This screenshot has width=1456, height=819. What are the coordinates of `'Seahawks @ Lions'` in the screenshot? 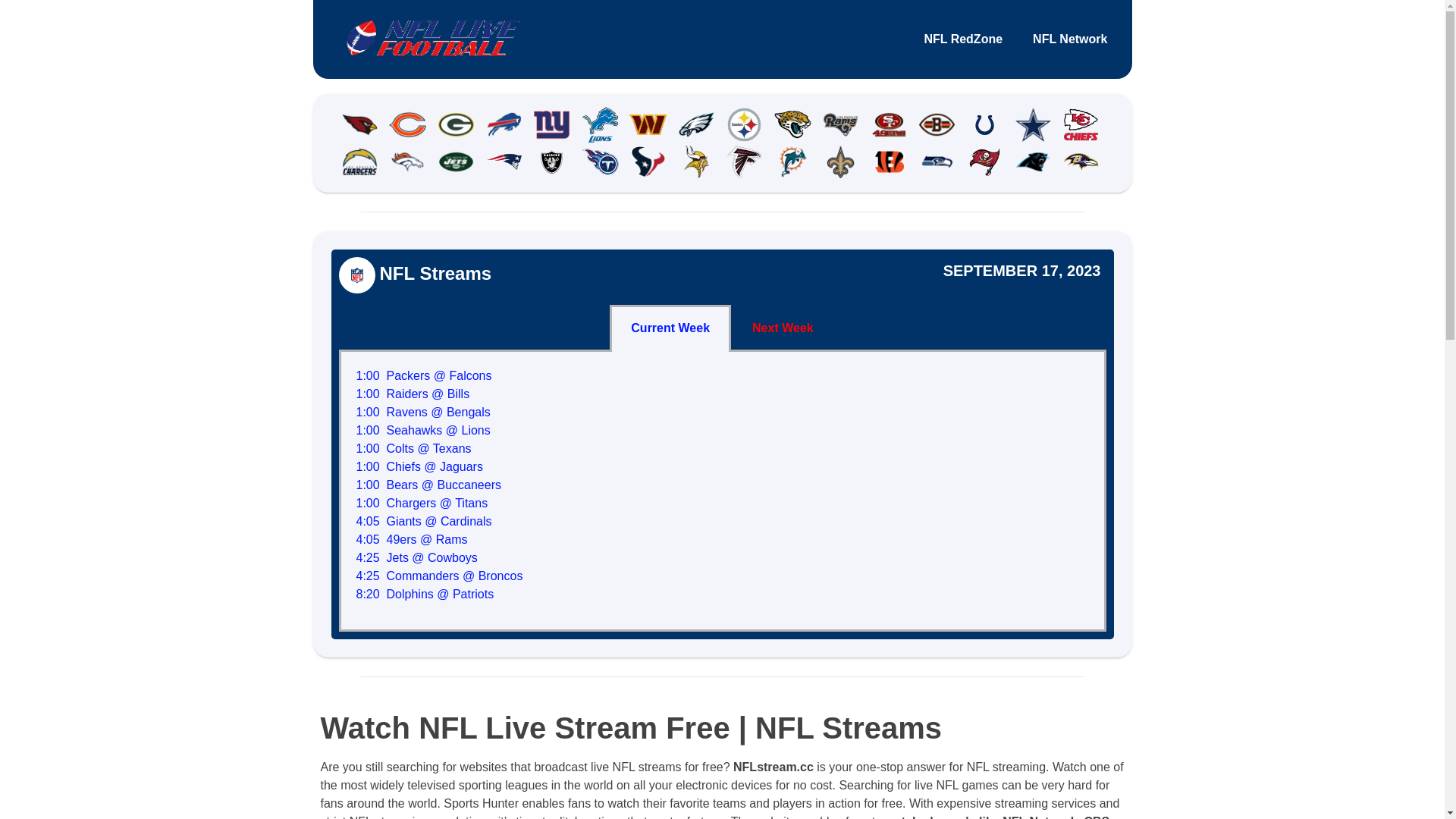 It's located at (438, 430).